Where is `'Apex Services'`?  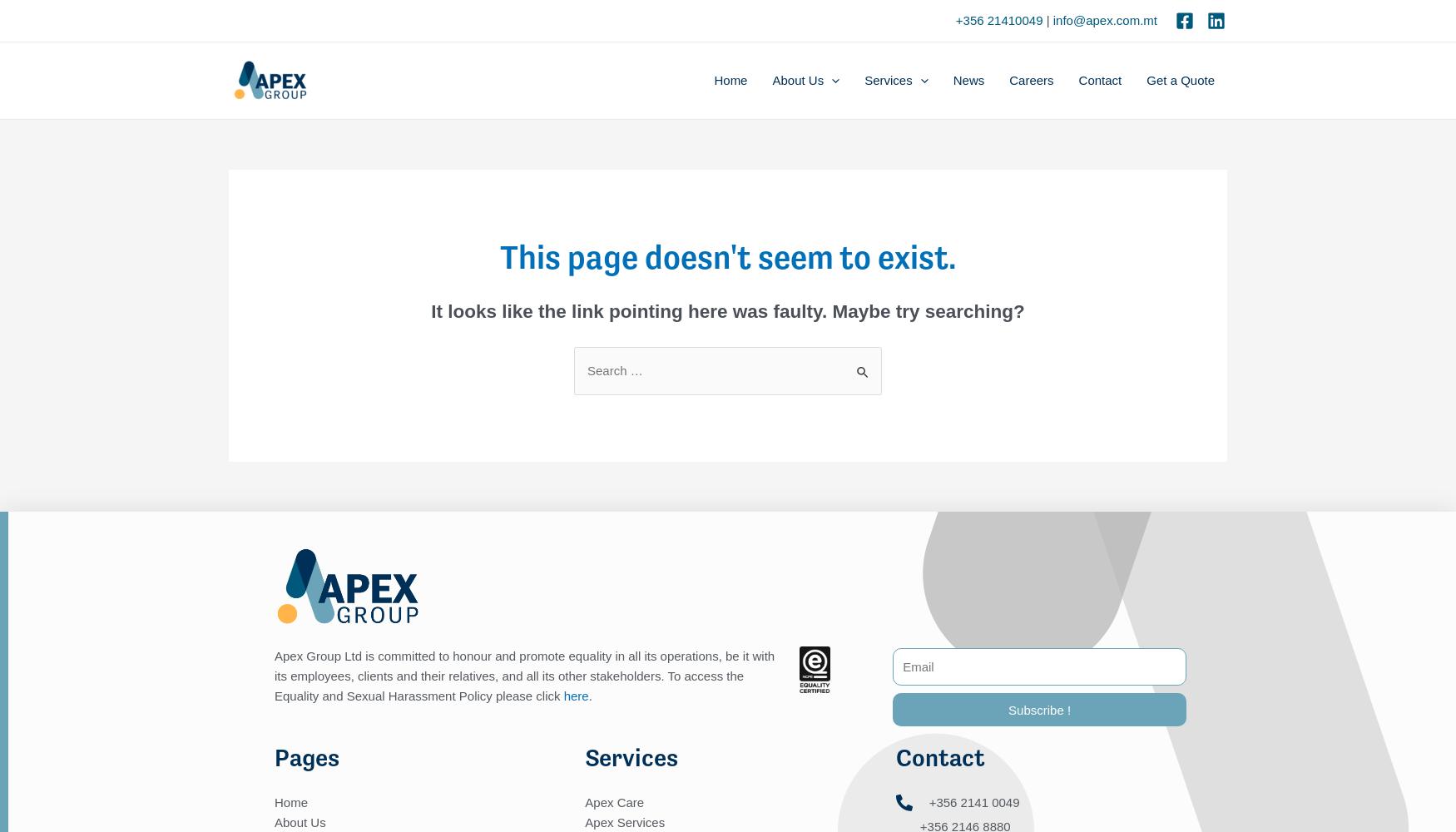 'Apex Services' is located at coordinates (584, 820).